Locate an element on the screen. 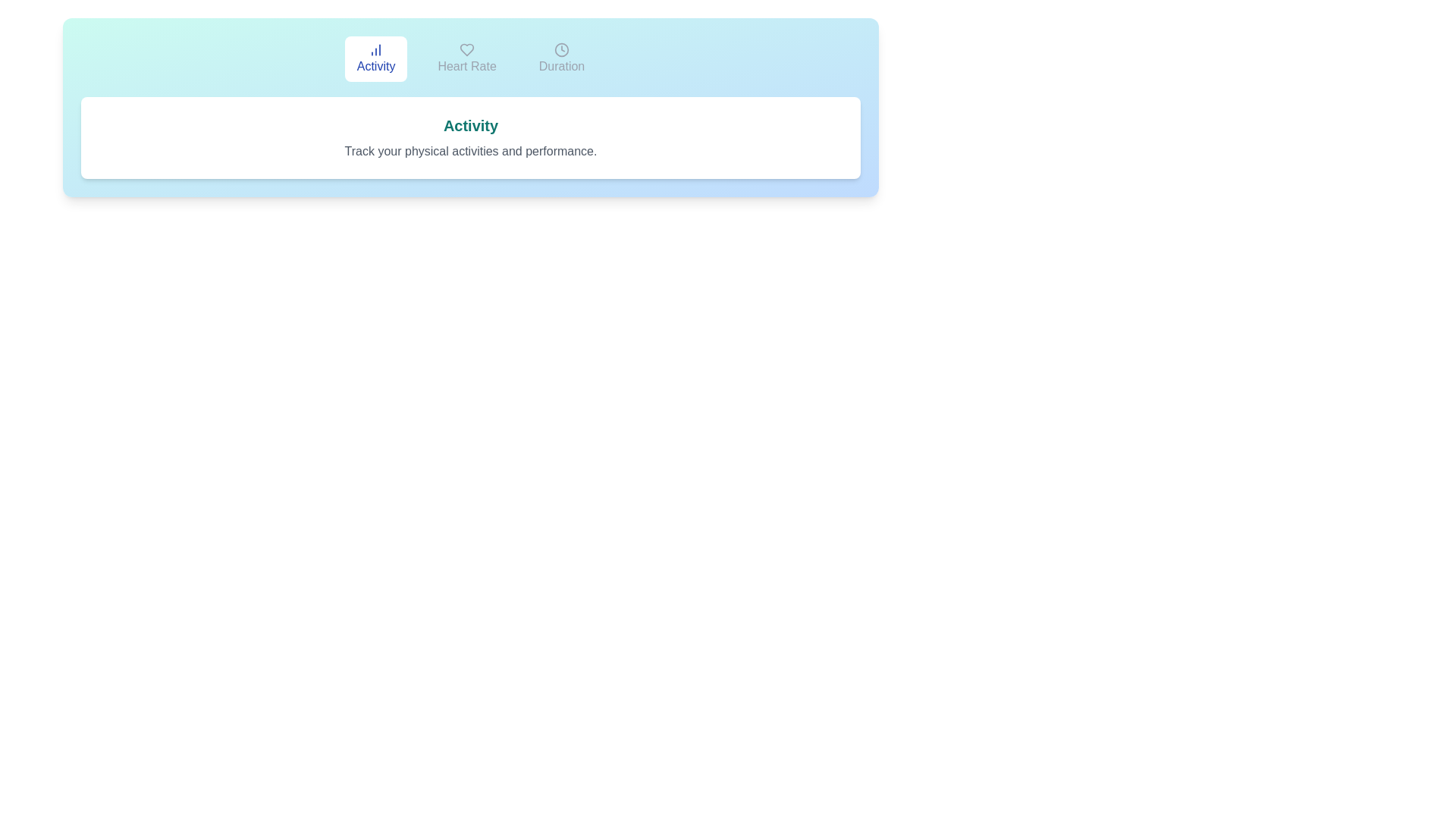 Image resolution: width=1456 pixels, height=819 pixels. the Heart Rate tab by clicking on it is located at coordinates (466, 58).